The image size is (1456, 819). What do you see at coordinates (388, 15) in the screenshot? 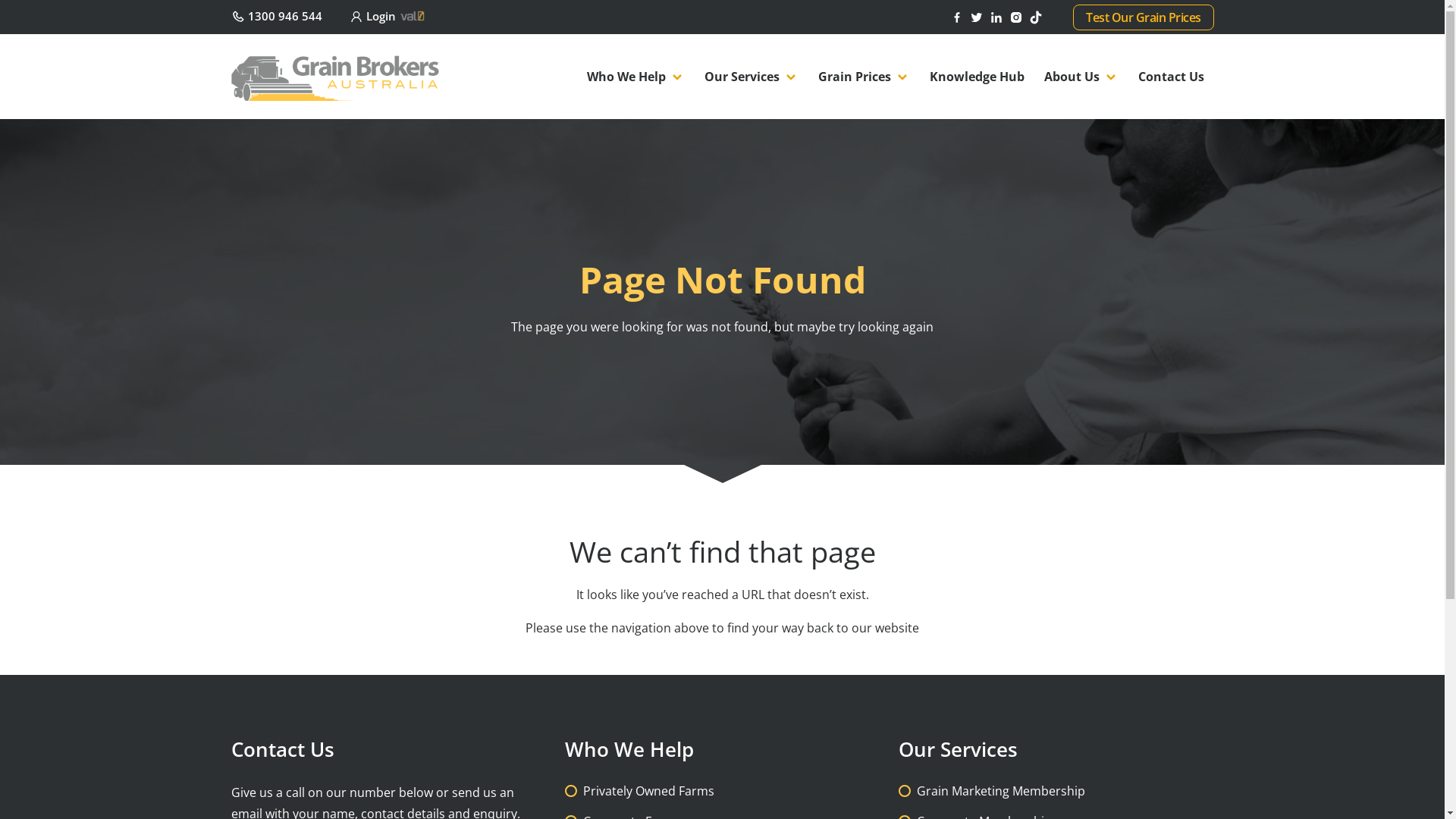
I see `'Login'` at bounding box center [388, 15].